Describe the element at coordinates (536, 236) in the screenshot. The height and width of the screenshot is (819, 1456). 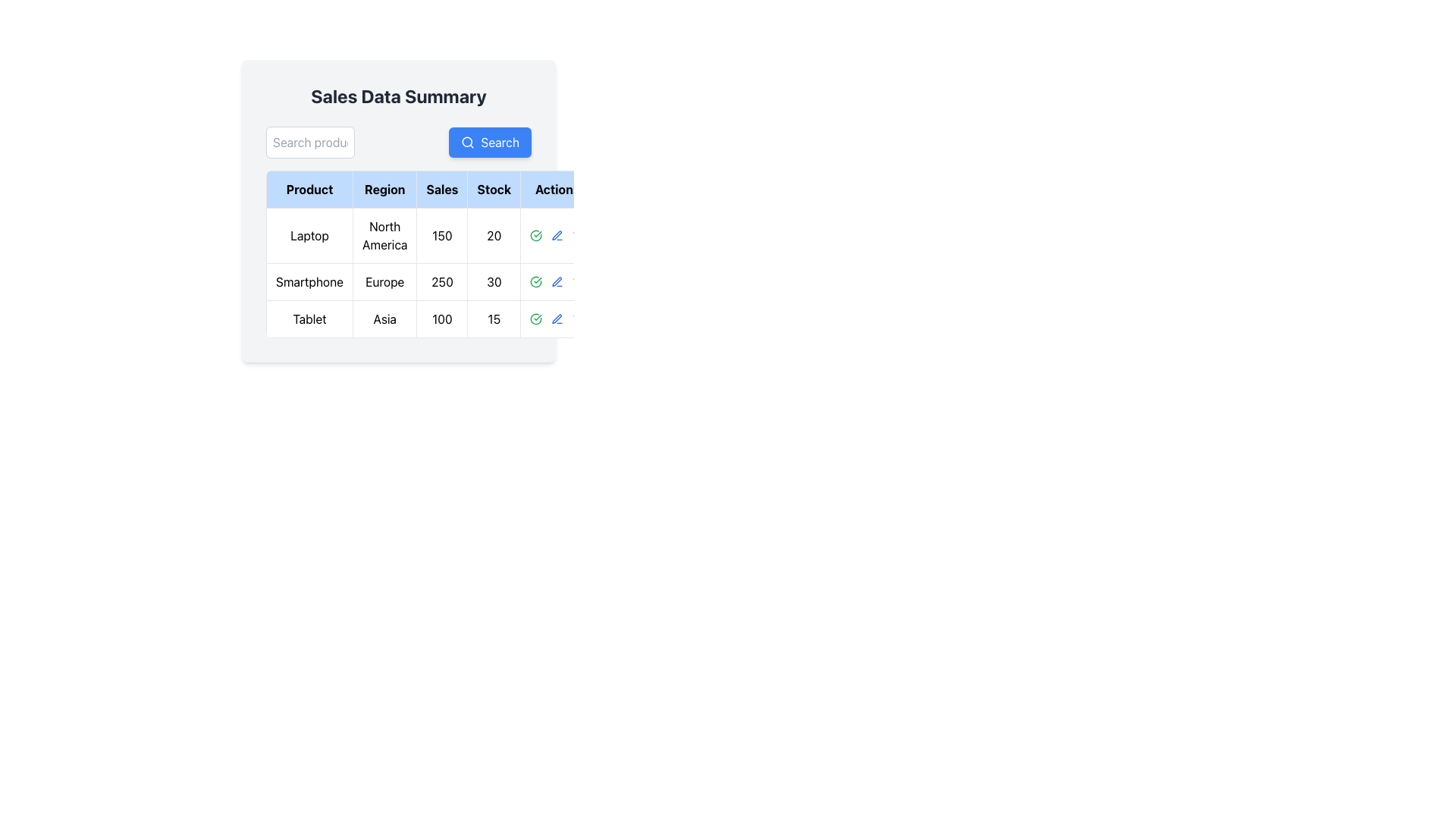
I see `the small green circle-shaped icon with a check mark inside, located in the second row of the 'Action' column to confirm or approve` at that location.